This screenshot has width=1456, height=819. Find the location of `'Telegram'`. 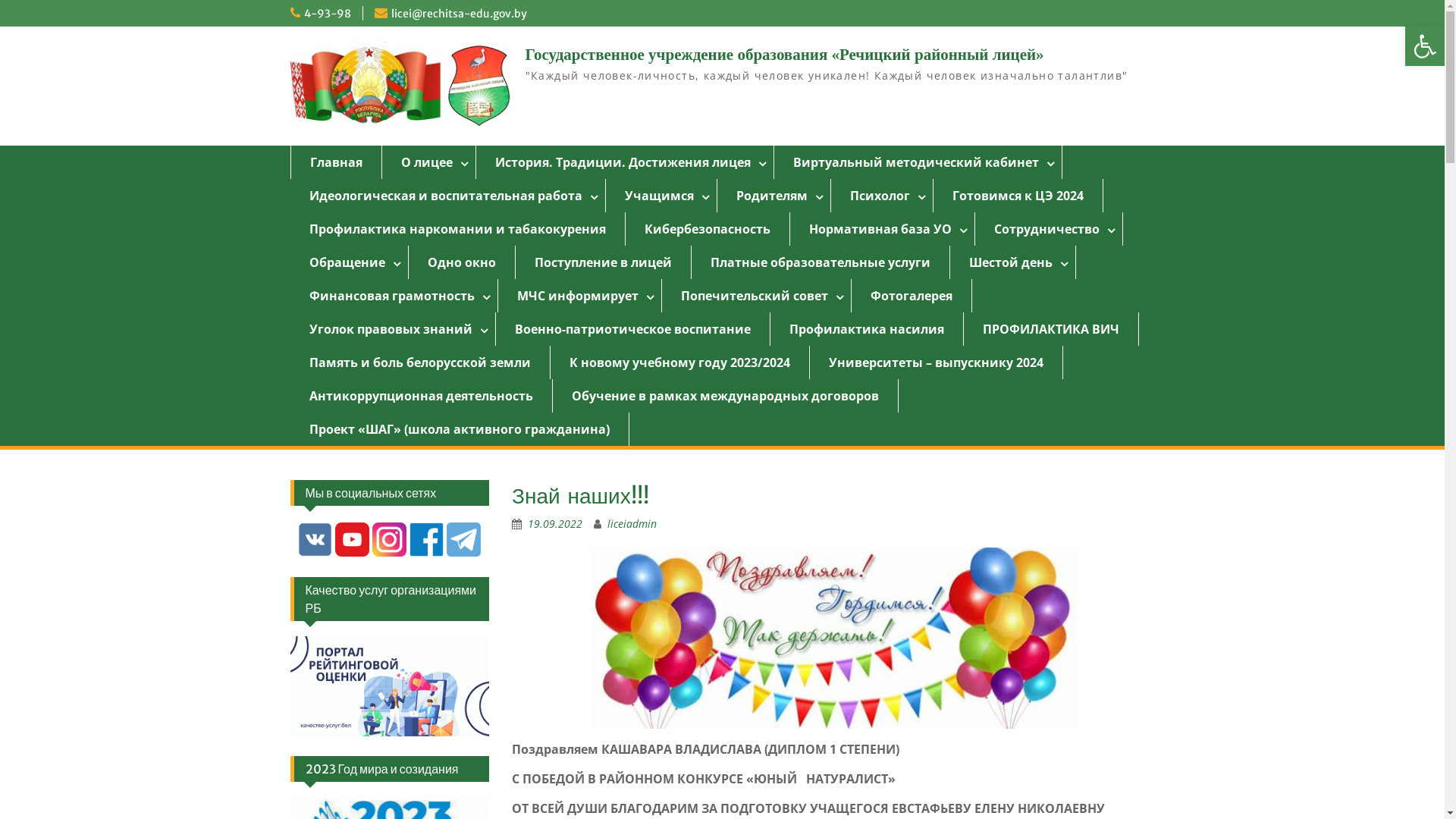

'Telegram' is located at coordinates (463, 538).